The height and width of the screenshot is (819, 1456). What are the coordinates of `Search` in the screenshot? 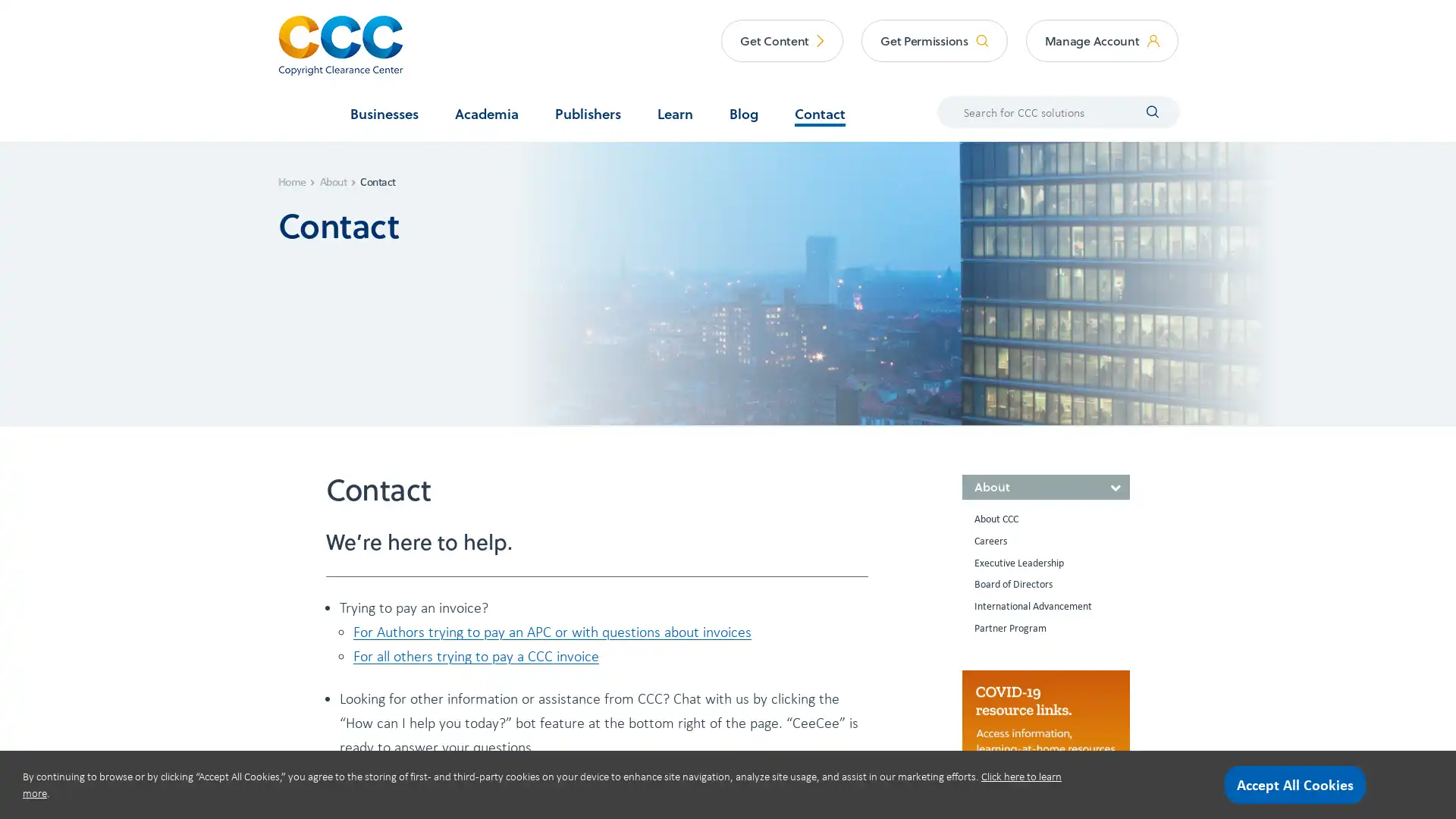 It's located at (1142, 110).